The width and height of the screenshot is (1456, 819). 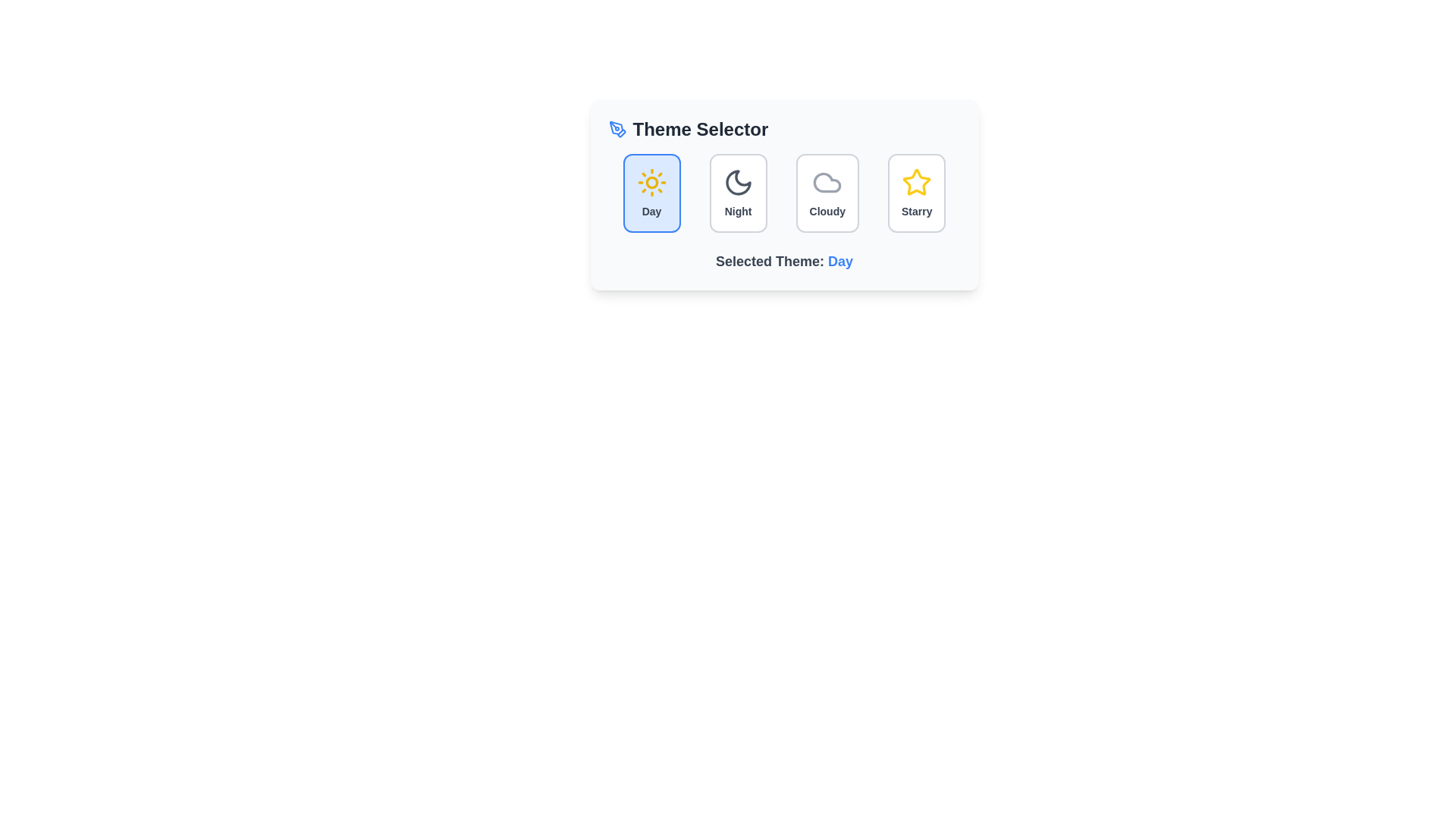 What do you see at coordinates (916, 192) in the screenshot?
I see `the fourth button in the Theme Selector` at bounding box center [916, 192].